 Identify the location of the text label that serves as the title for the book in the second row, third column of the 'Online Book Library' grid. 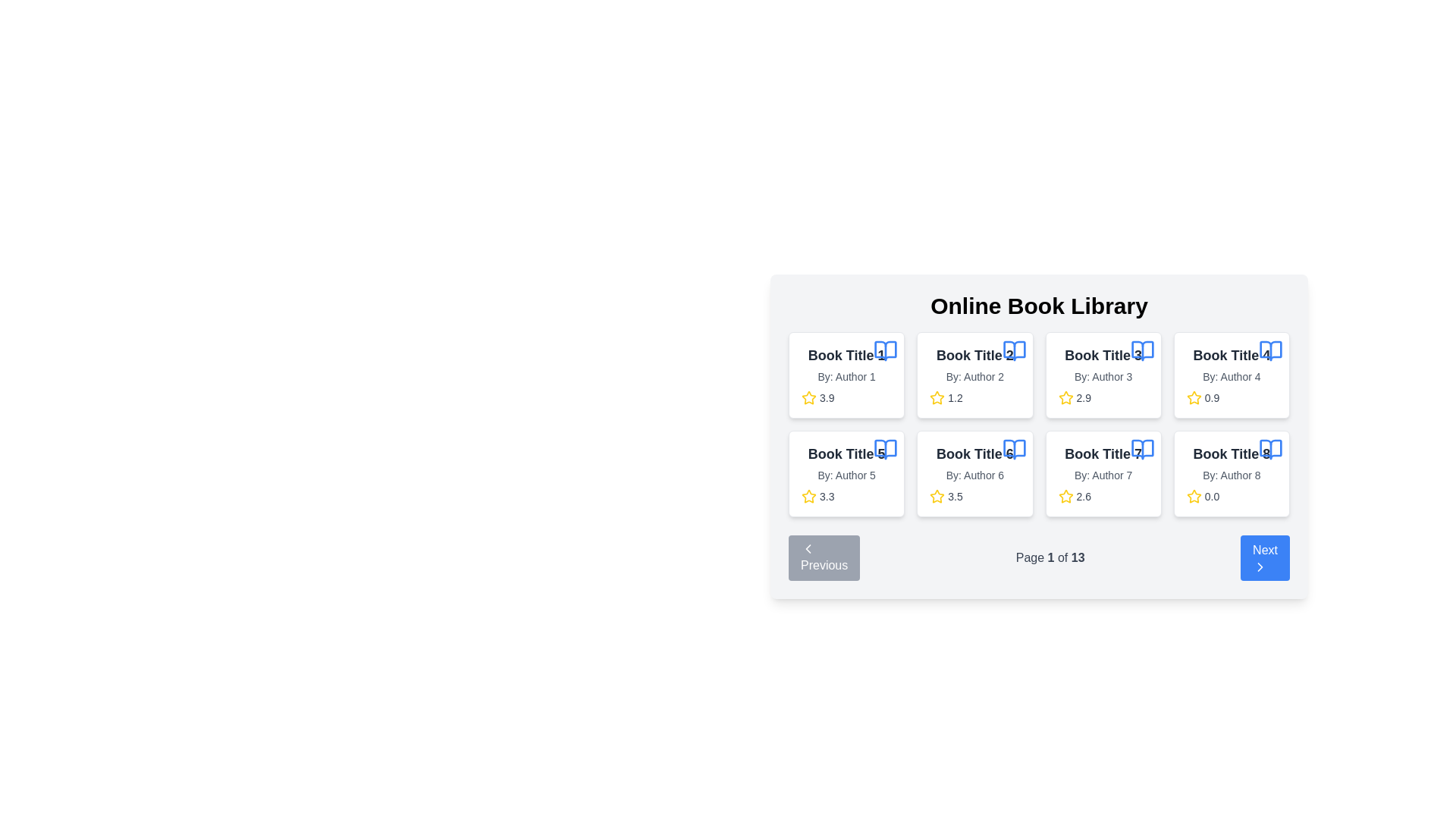
(1103, 453).